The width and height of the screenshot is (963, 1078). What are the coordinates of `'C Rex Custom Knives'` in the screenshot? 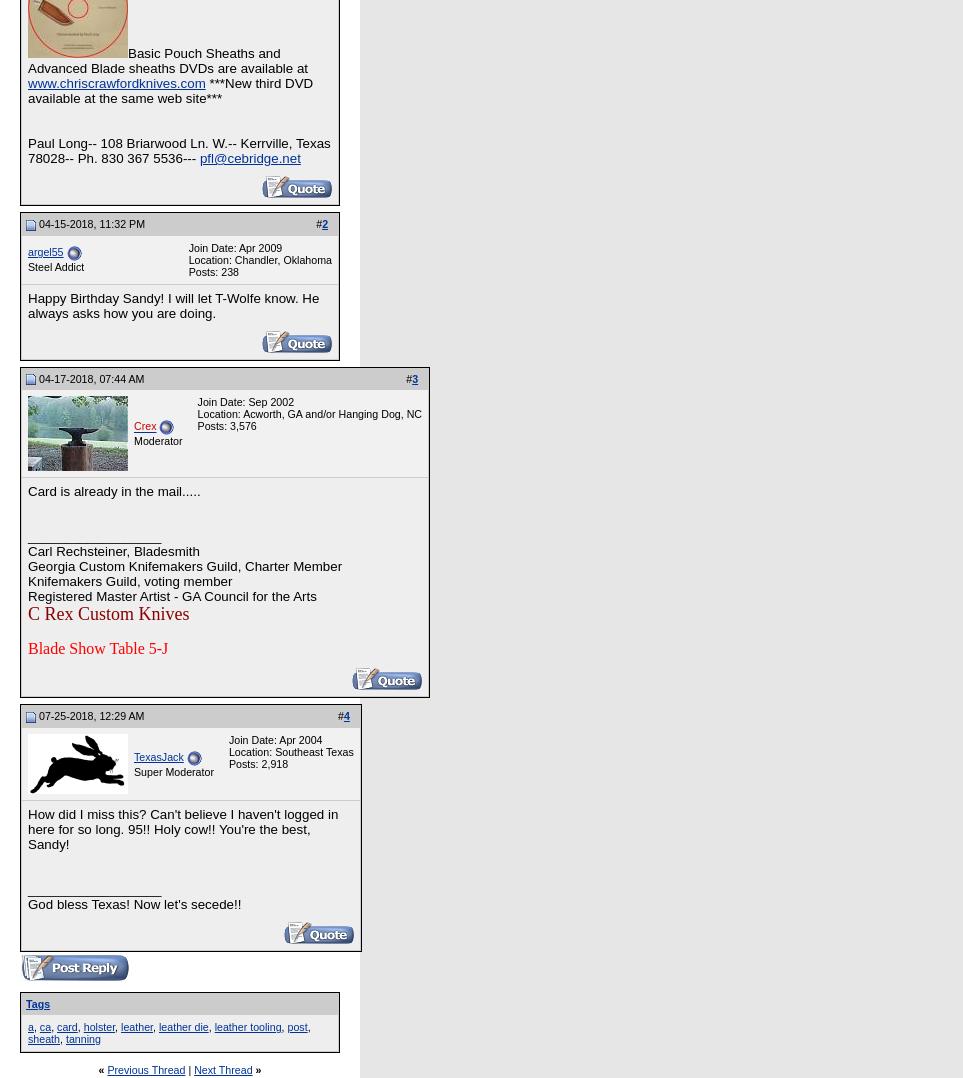 It's located at (107, 614).